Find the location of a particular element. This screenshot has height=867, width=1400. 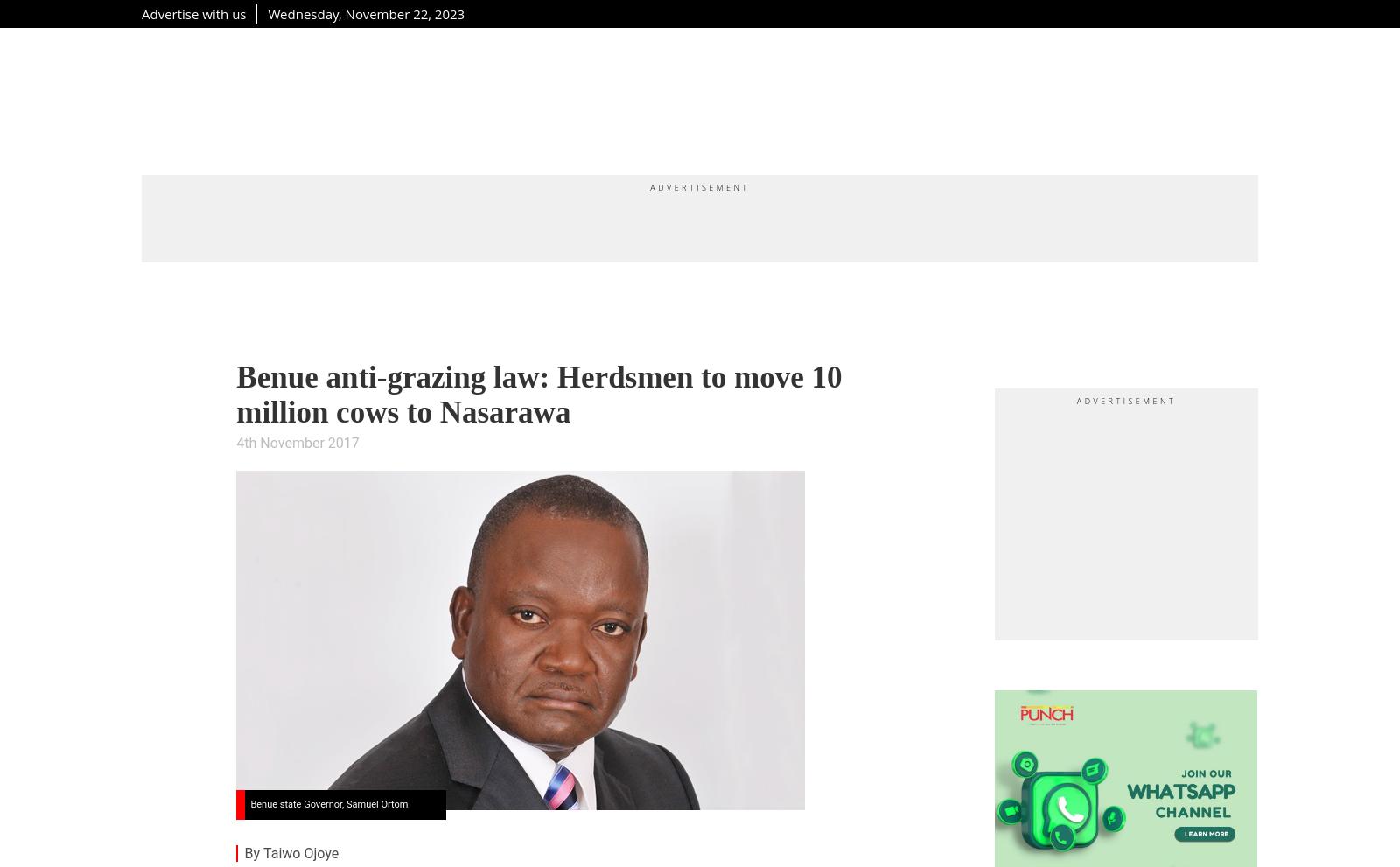

'Politics' is located at coordinates (699, 96).